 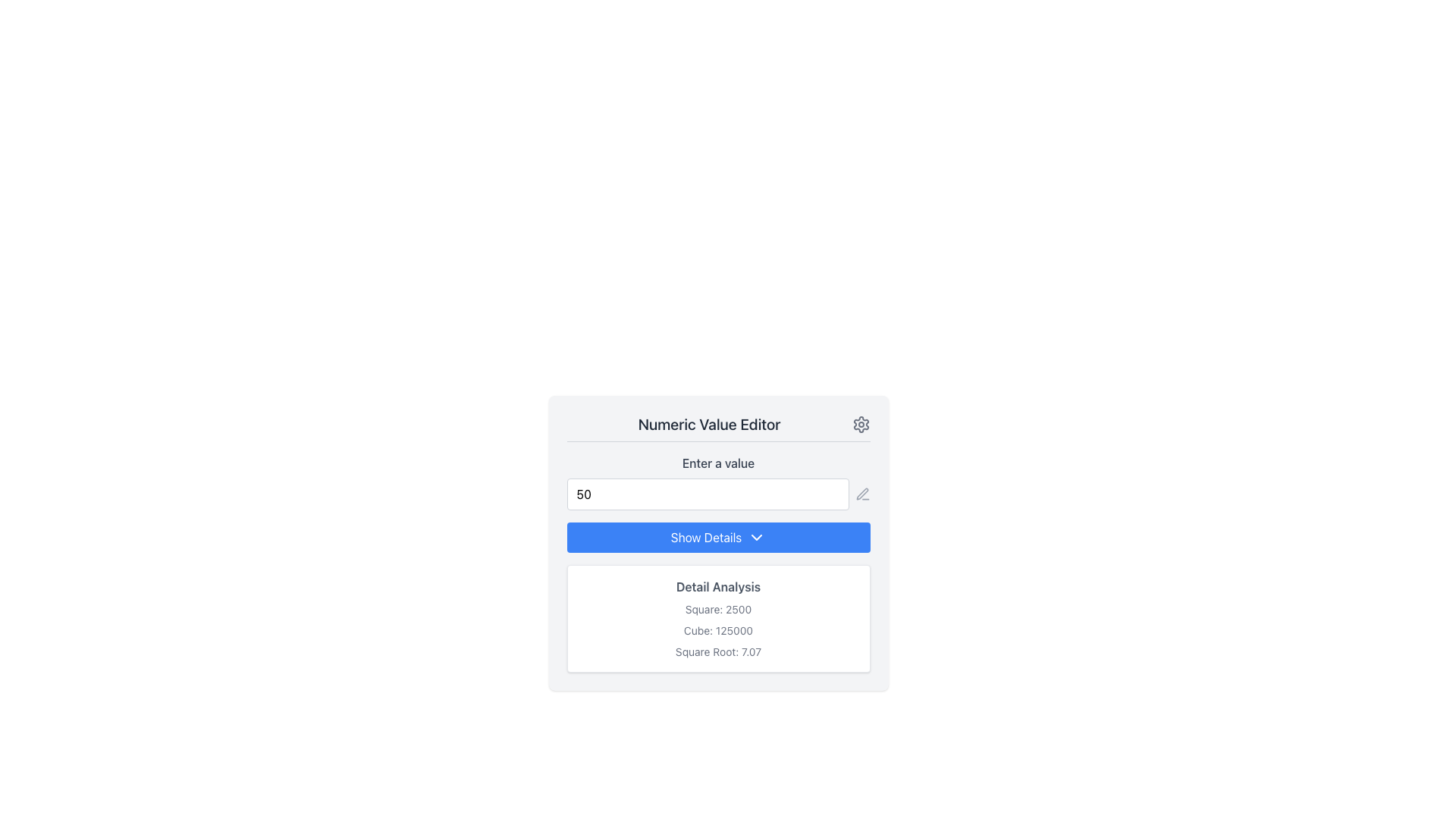 What do you see at coordinates (717, 537) in the screenshot?
I see `the button located below the numeric input field with the value '50'` at bounding box center [717, 537].